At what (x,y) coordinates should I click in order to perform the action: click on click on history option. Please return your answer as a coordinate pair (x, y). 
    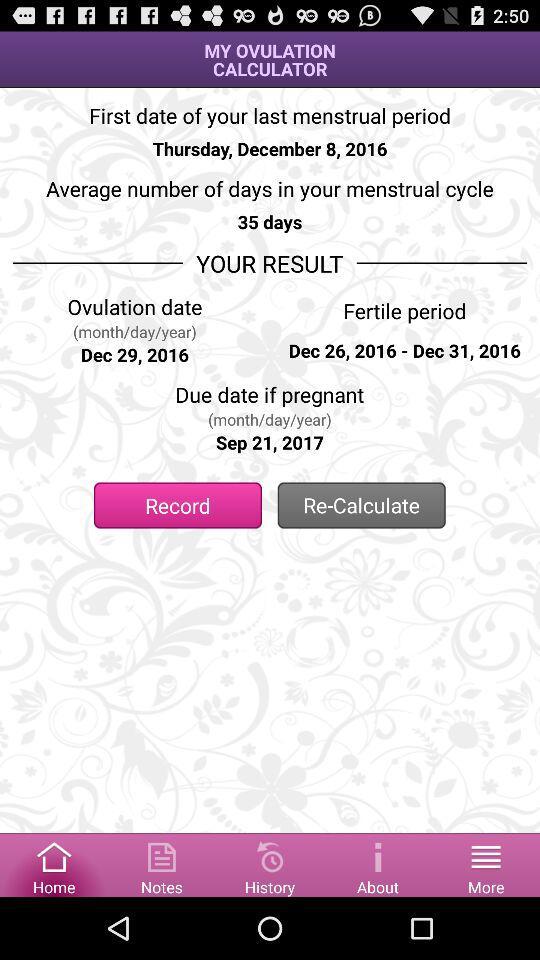
    Looking at the image, I should click on (270, 863).